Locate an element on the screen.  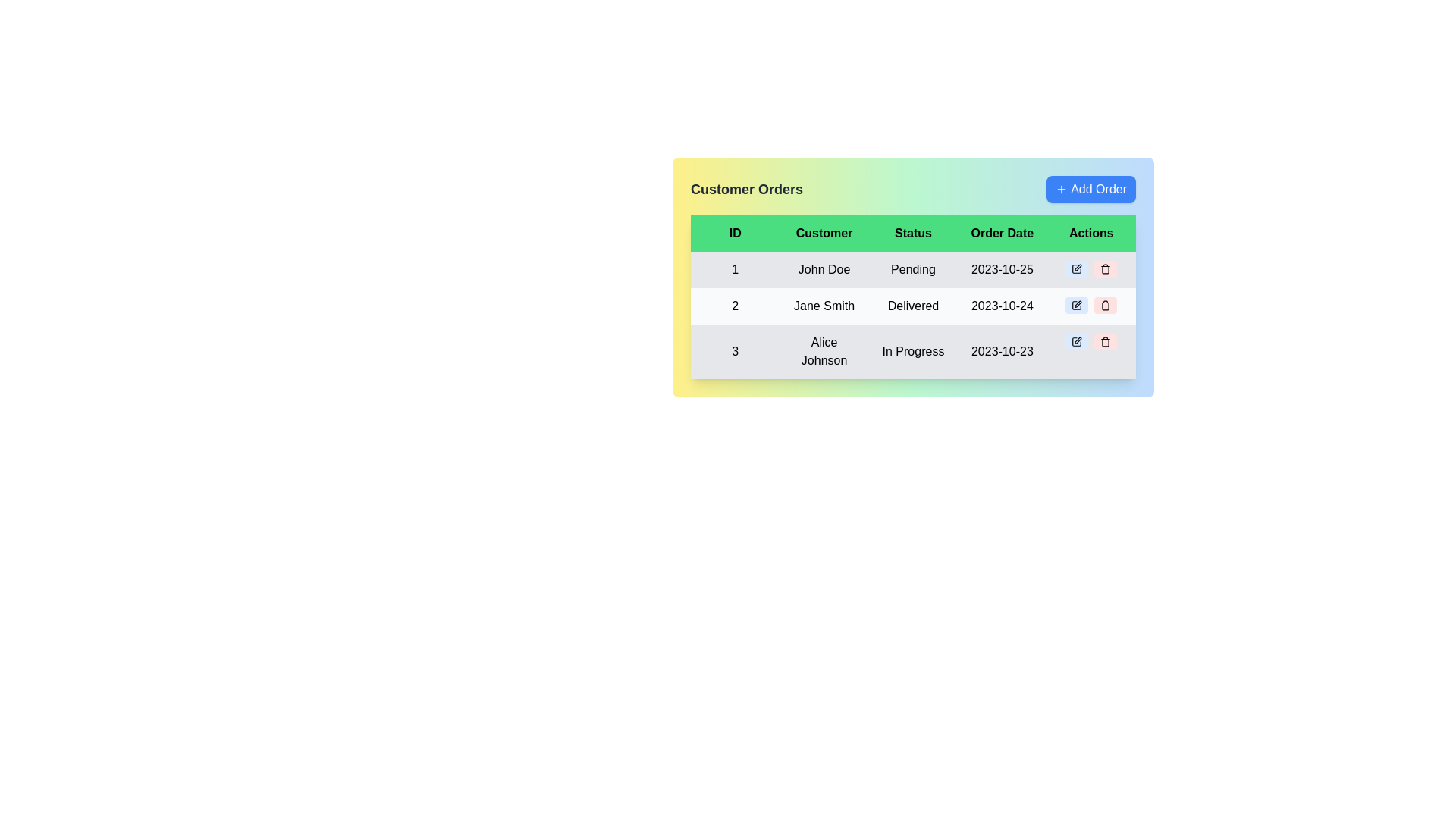
the second row of the table containing ID '2', Customer 'Jane Smith', Status 'Delivered', Order Date '2023-10-24' is located at coordinates (912, 315).